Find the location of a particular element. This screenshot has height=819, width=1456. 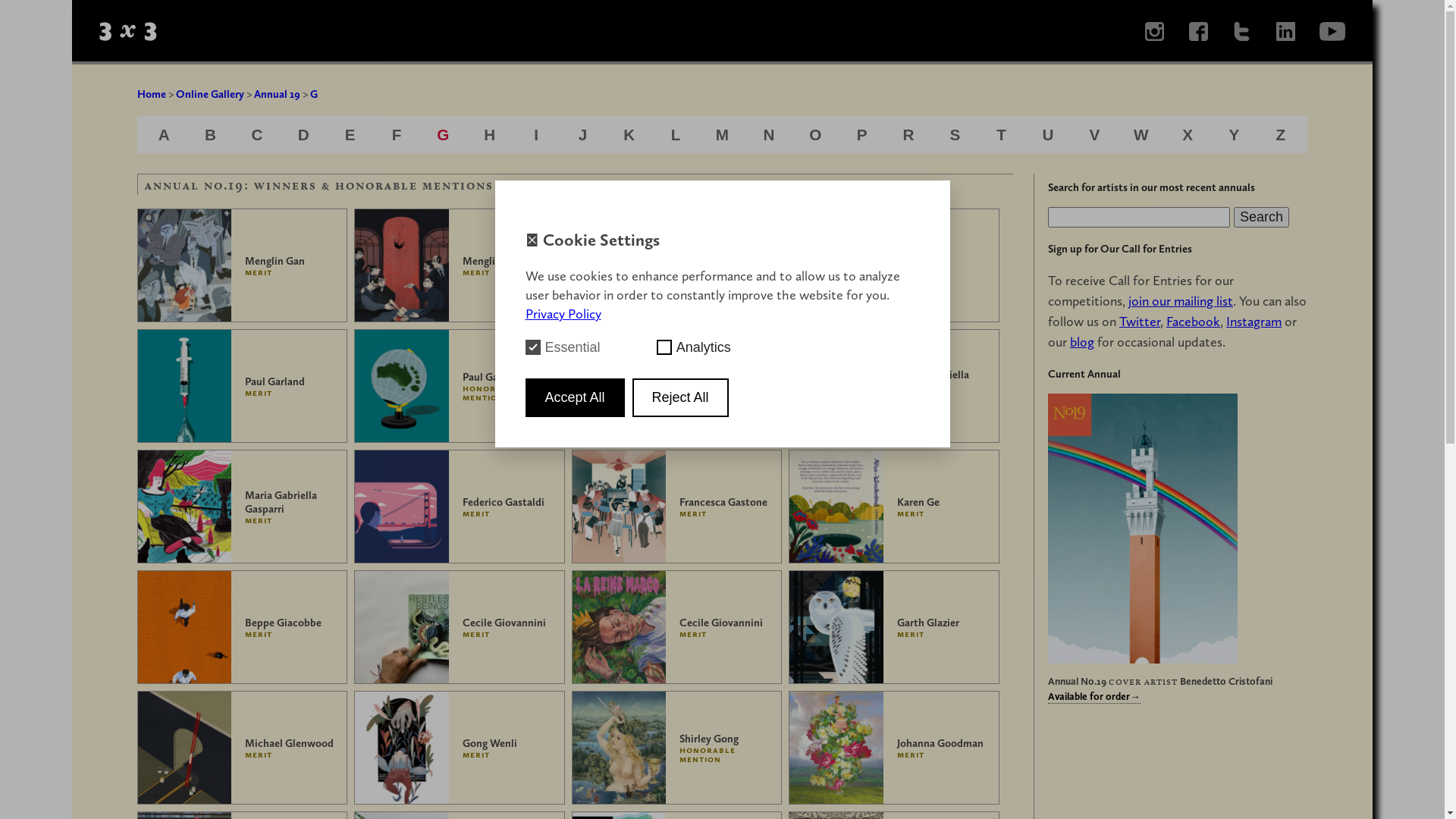

'O' is located at coordinates (814, 133).